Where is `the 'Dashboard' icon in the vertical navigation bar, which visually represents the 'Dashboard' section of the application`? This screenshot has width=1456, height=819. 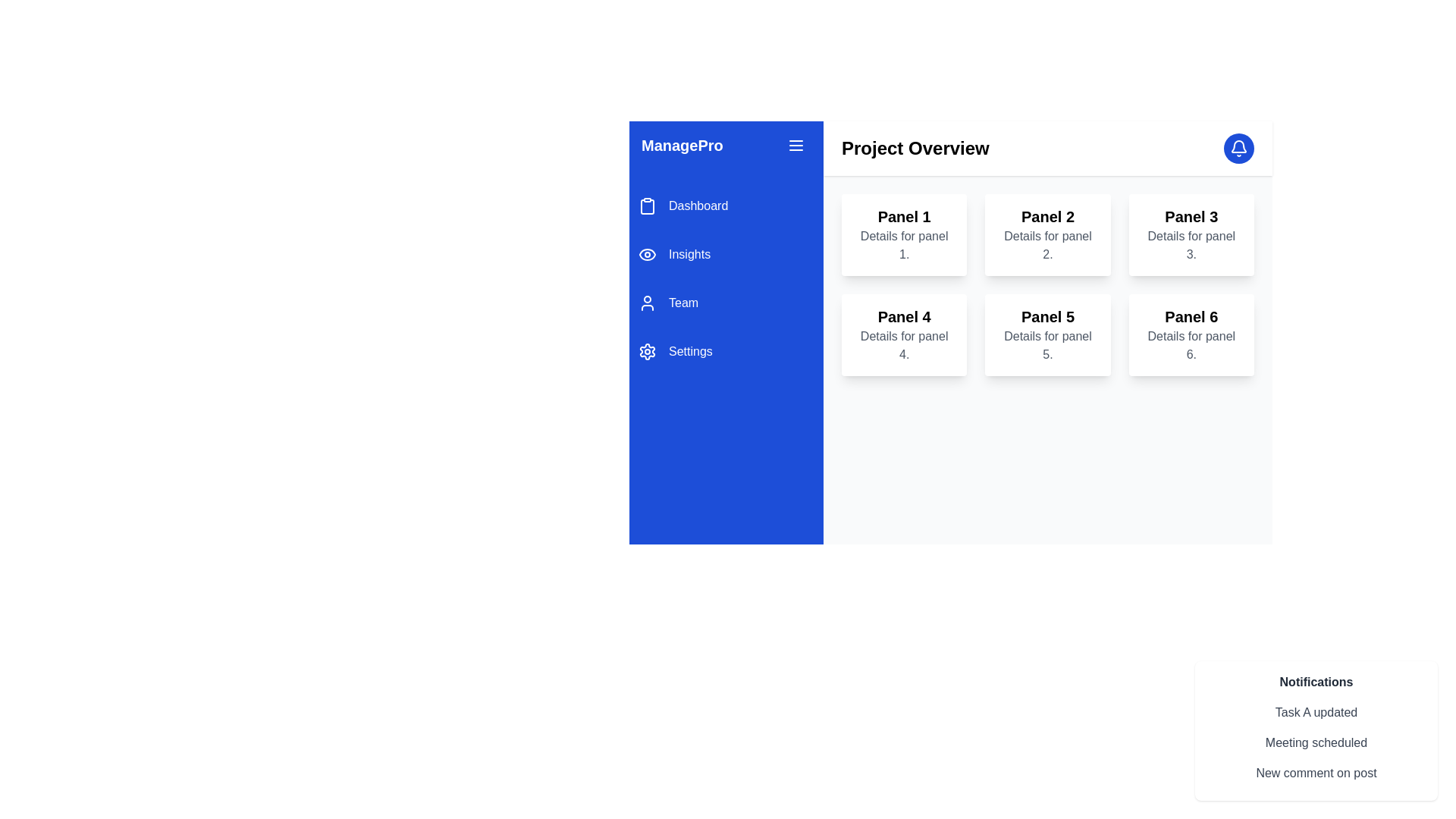 the 'Dashboard' icon in the vertical navigation bar, which visually represents the 'Dashboard' section of the application is located at coordinates (648, 206).